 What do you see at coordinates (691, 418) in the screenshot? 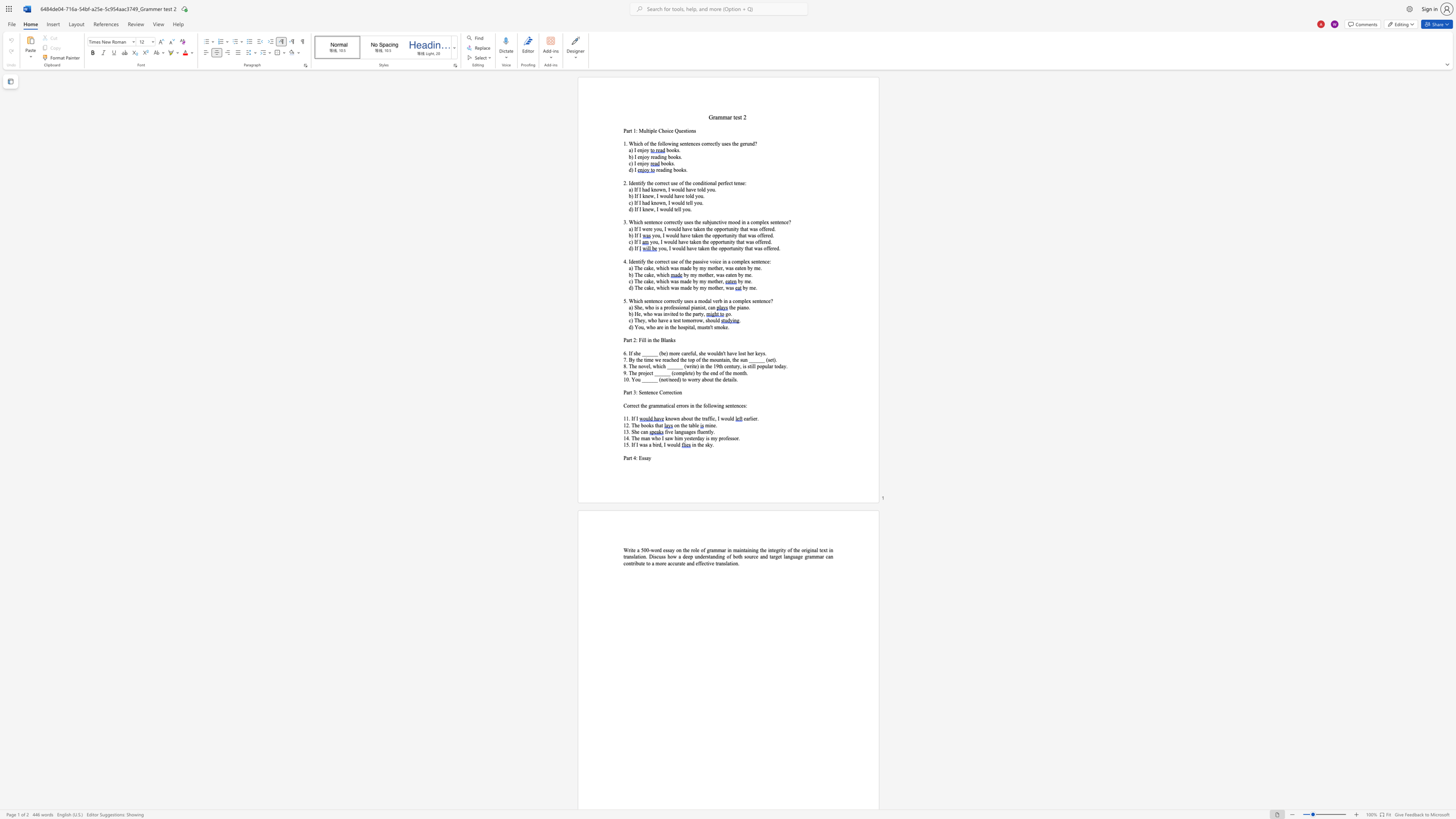
I see `the subset text "t t" within the text "known about the traffic, I would"` at bounding box center [691, 418].